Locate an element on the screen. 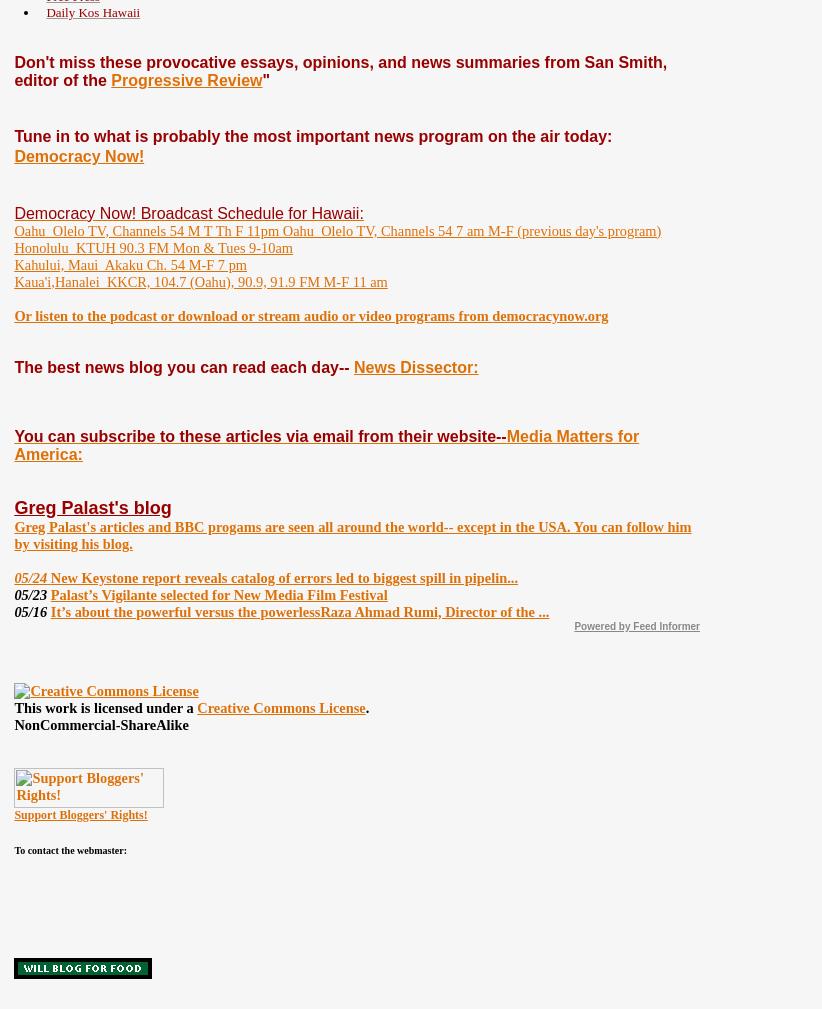  'Or listen to the podcast or download or stream audio or video 

programs from' is located at coordinates (252, 314).